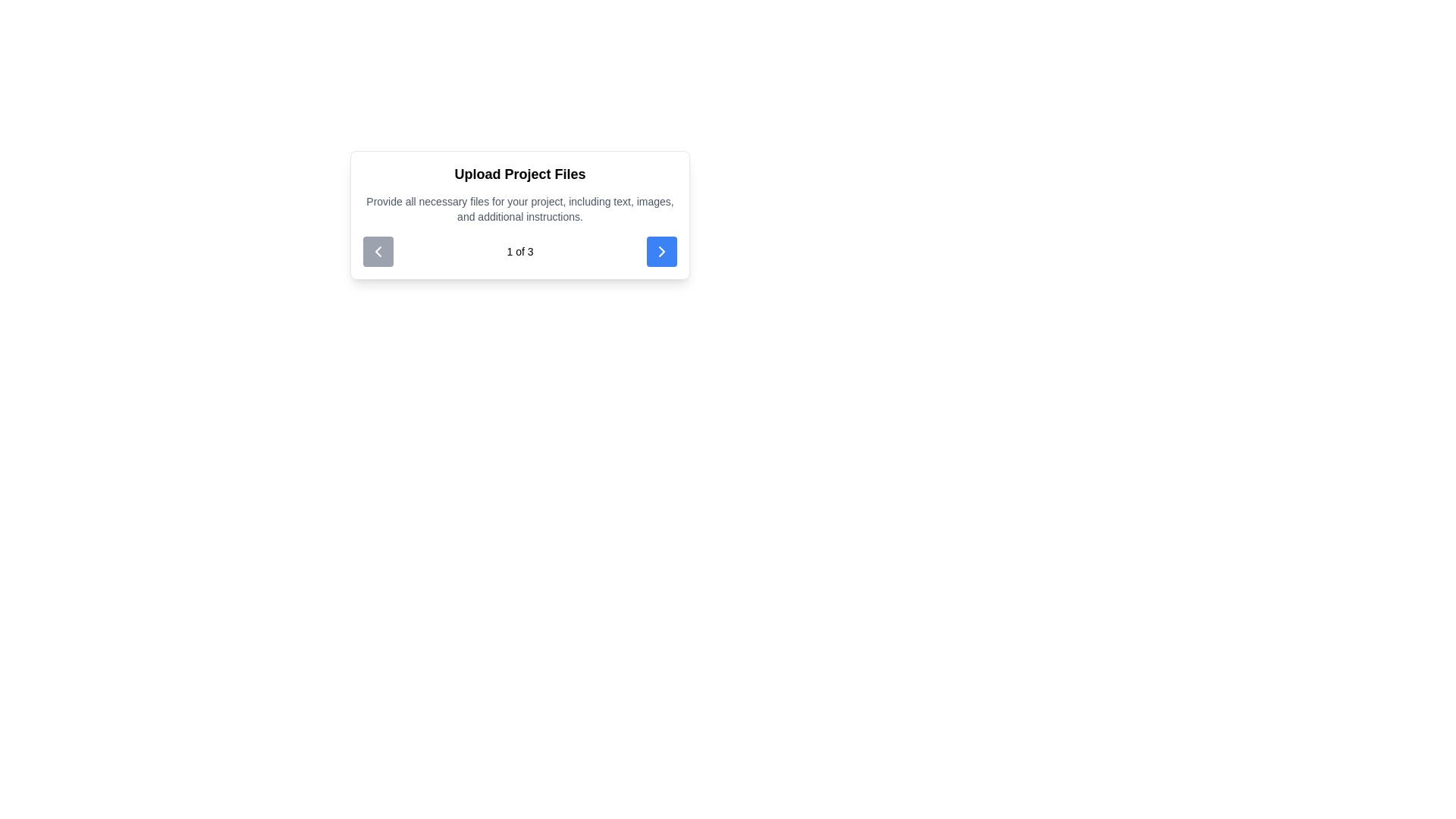 The width and height of the screenshot is (1456, 819). I want to click on the Text Indicator displaying '1 of 3' in the navigation bar at the bottom of the 'Upload Project Files' card interface, so click(520, 250).